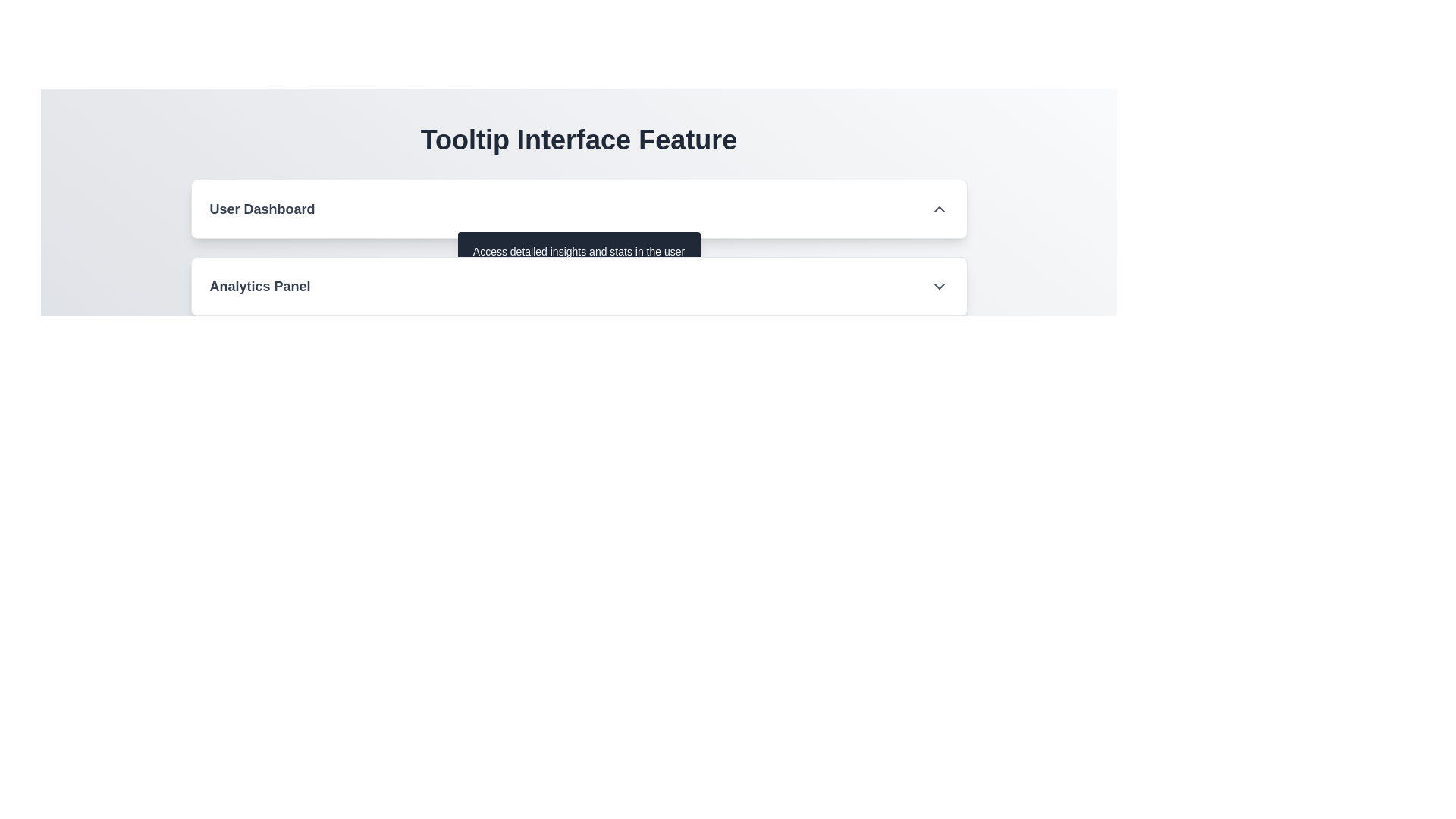  What do you see at coordinates (578, 259) in the screenshot?
I see `displayed text of the dark gray tooltip with white text that says 'Access detailed insights and stats in the user dashboard.', which is positioned above the 'Analytics Panel'` at bounding box center [578, 259].